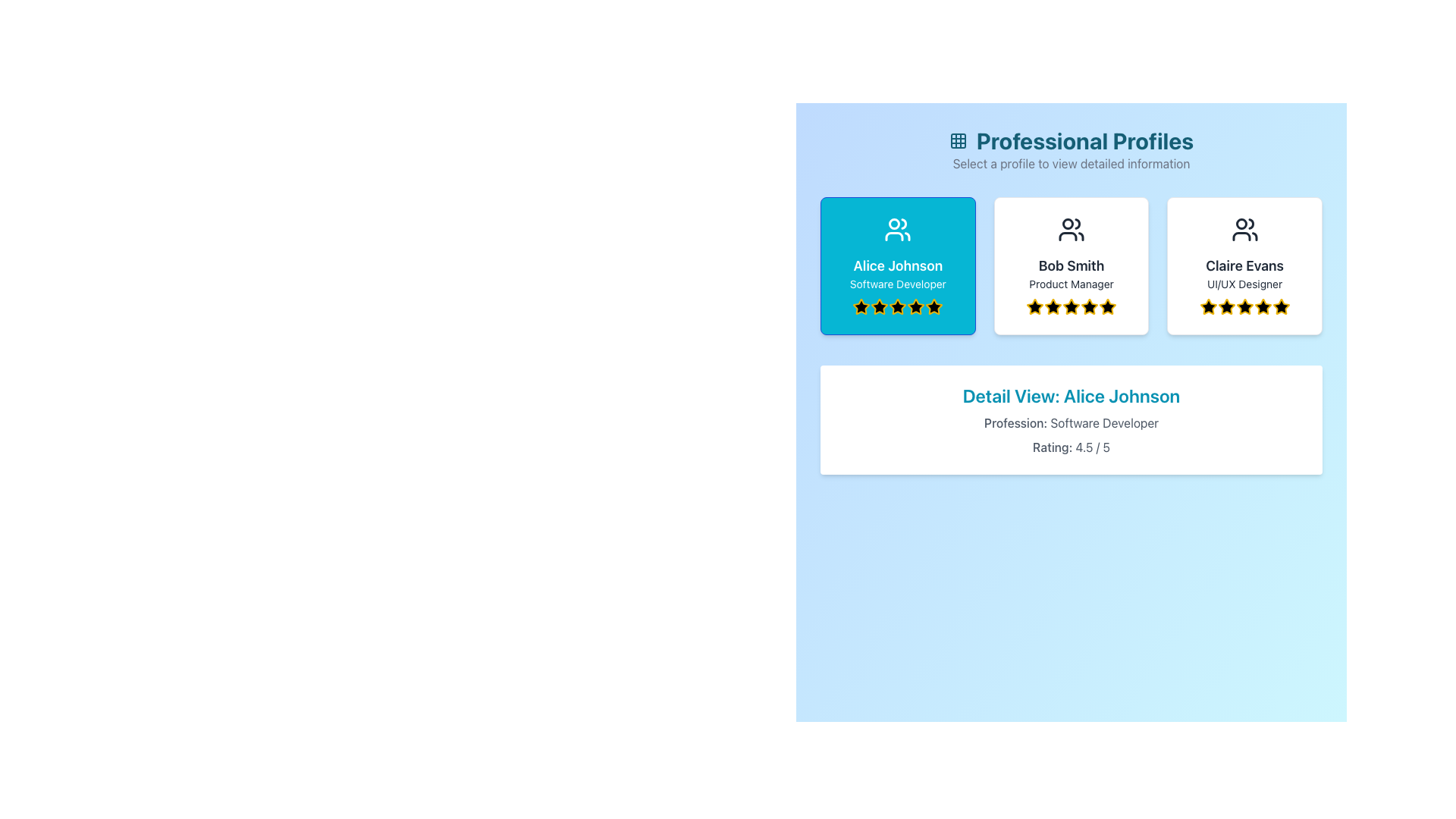  What do you see at coordinates (1226, 306) in the screenshot?
I see `the fourth star in the five-star rating component for the profile card of 'Claire Evans, UI/UX Designer'` at bounding box center [1226, 306].